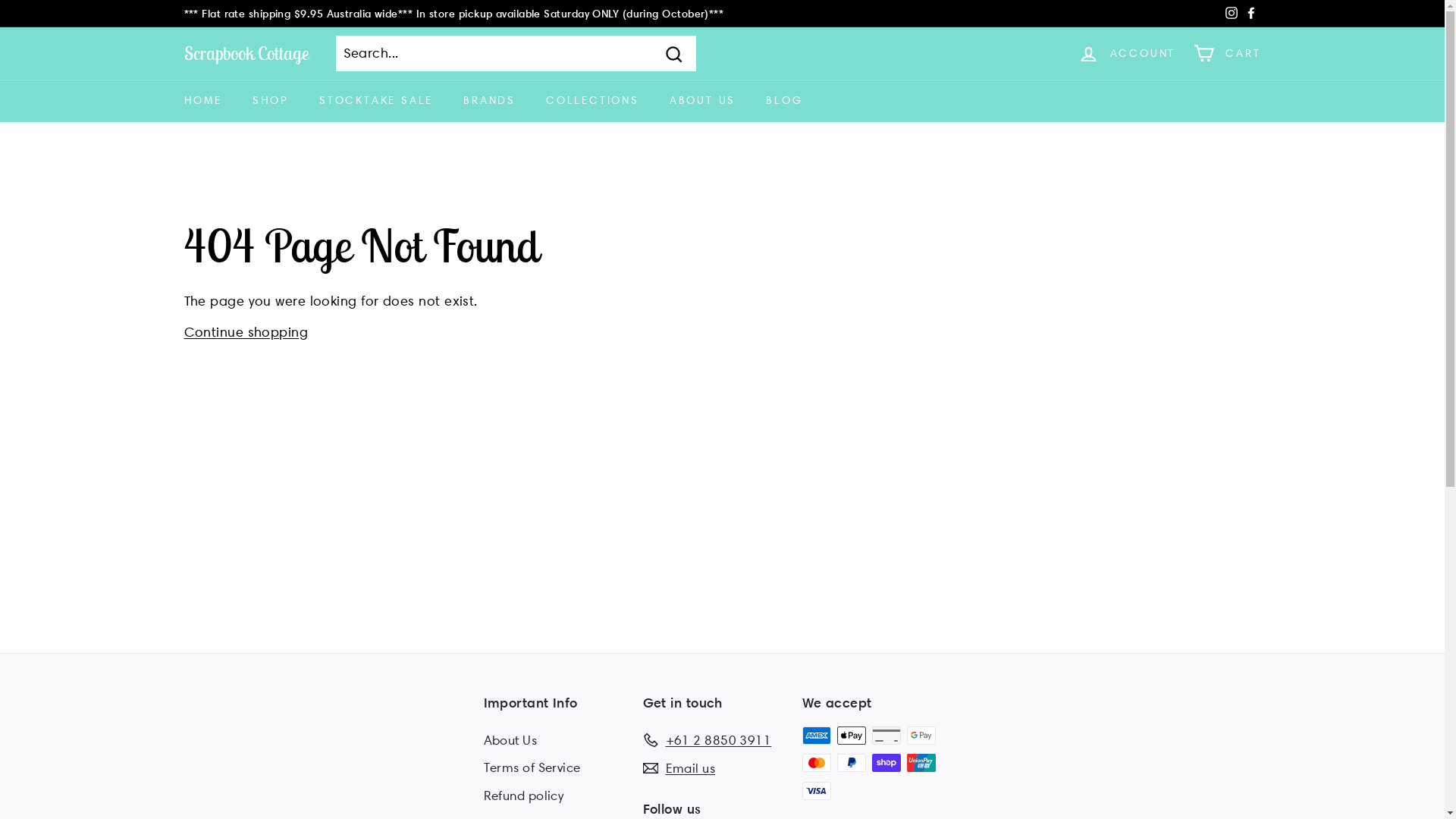 The width and height of the screenshot is (1456, 819). What do you see at coordinates (706, 739) in the screenshot?
I see `'+61 2 8850 3911'` at bounding box center [706, 739].